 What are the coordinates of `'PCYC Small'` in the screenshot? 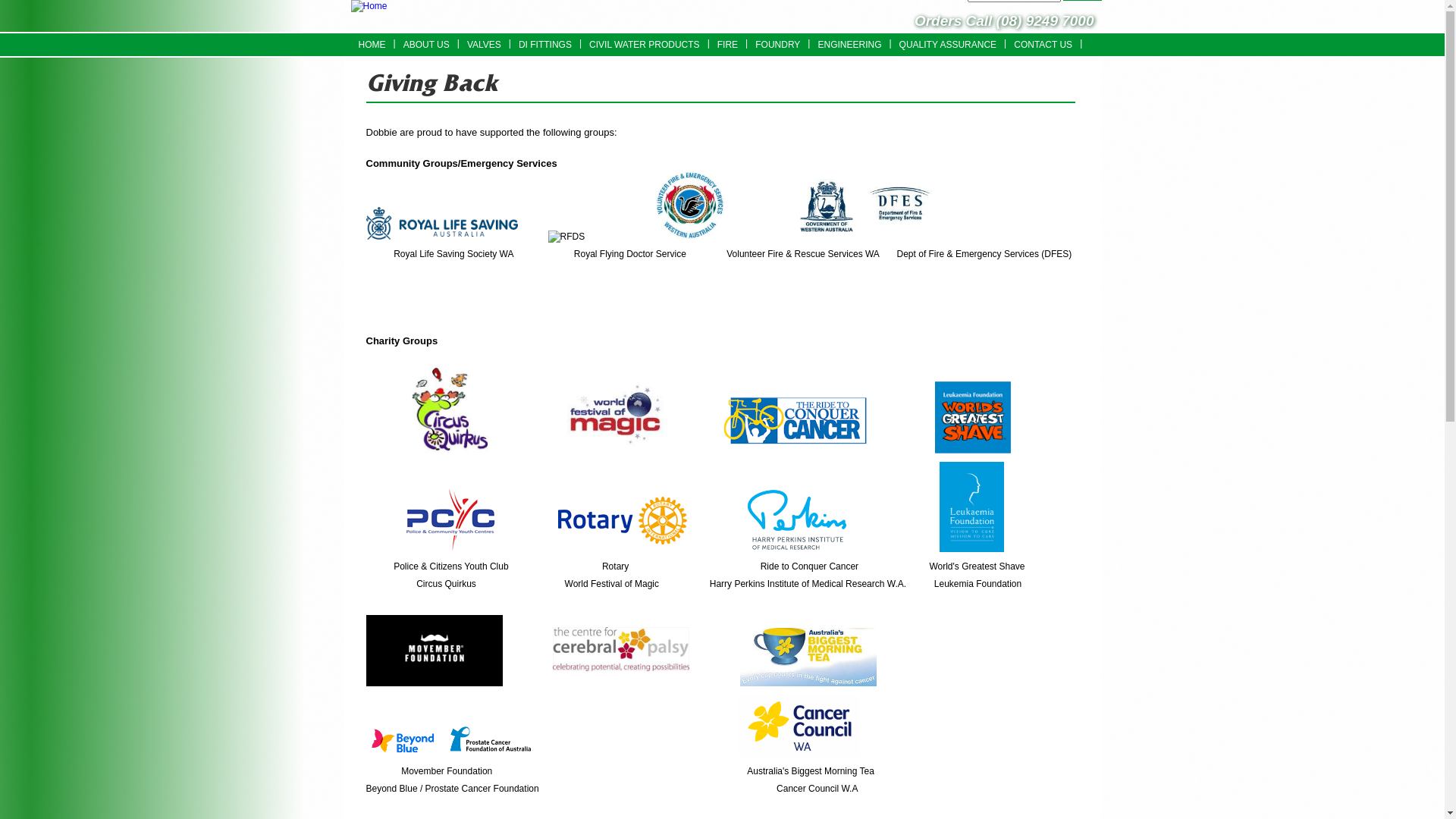 It's located at (450, 519).